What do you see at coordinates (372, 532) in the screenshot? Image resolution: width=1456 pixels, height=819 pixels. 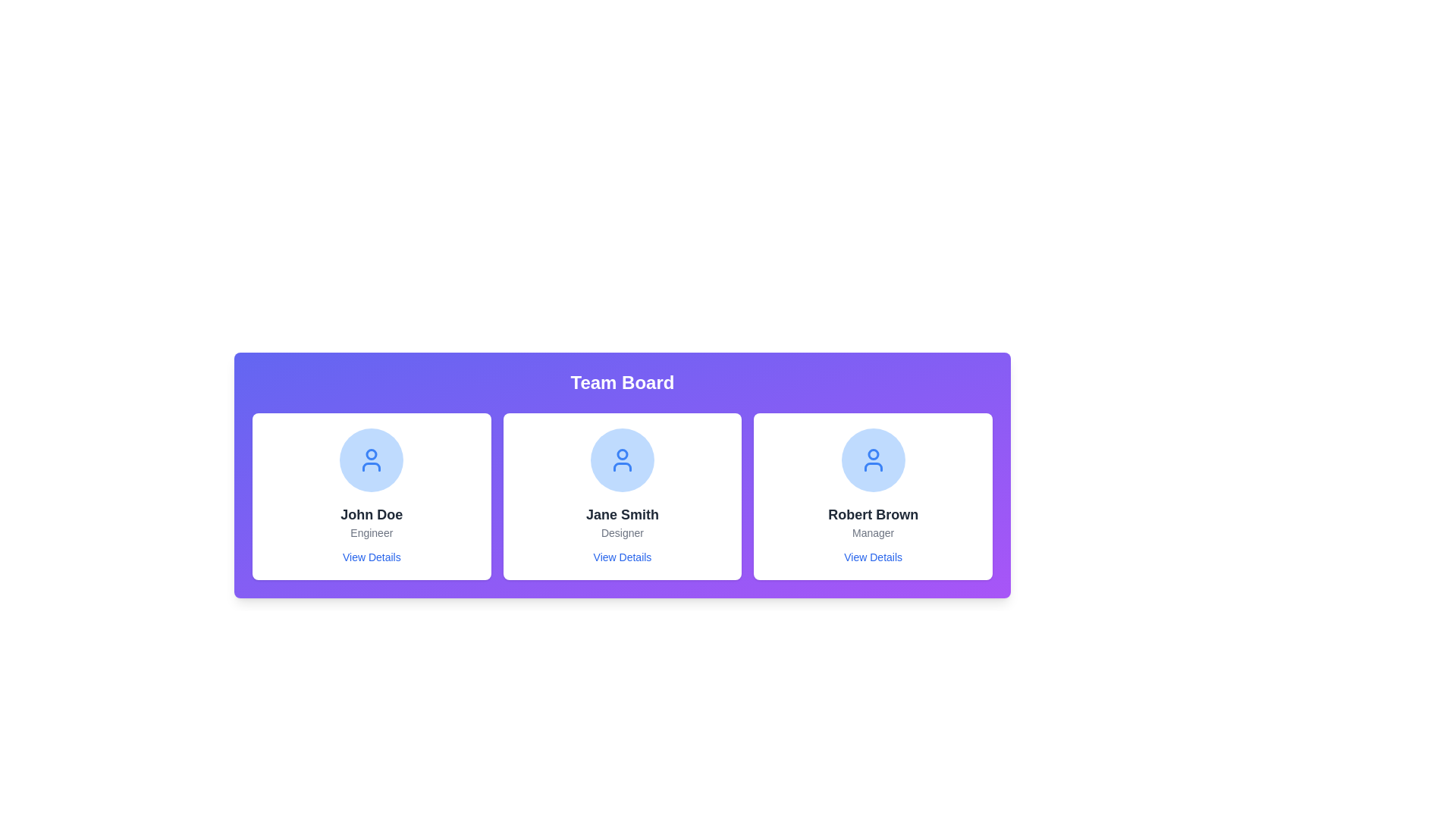 I see `the static text label displaying 'Engineer' which is located below 'John Doe' within a profile card` at bounding box center [372, 532].